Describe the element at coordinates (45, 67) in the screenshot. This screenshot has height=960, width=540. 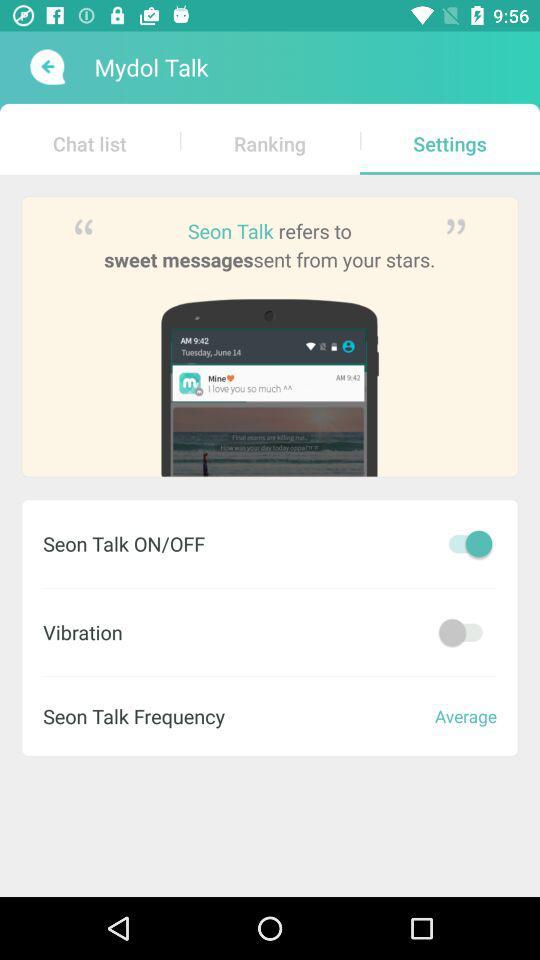
I see `back button` at that location.